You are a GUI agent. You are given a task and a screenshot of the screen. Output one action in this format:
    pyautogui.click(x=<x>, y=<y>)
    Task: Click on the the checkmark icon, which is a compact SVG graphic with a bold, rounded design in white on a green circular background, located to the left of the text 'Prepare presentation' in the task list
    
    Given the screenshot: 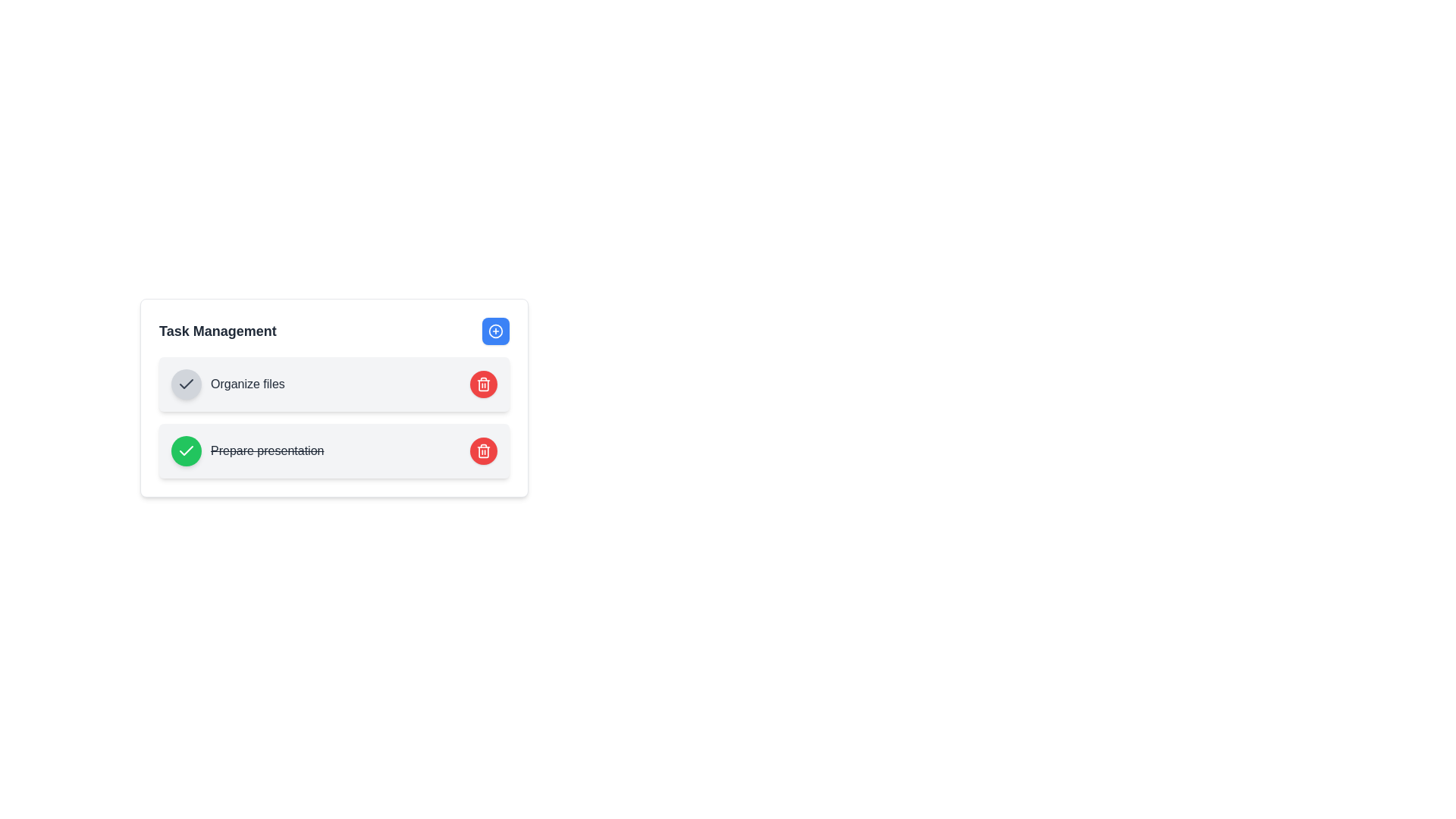 What is the action you would take?
    pyautogui.click(x=185, y=450)
    